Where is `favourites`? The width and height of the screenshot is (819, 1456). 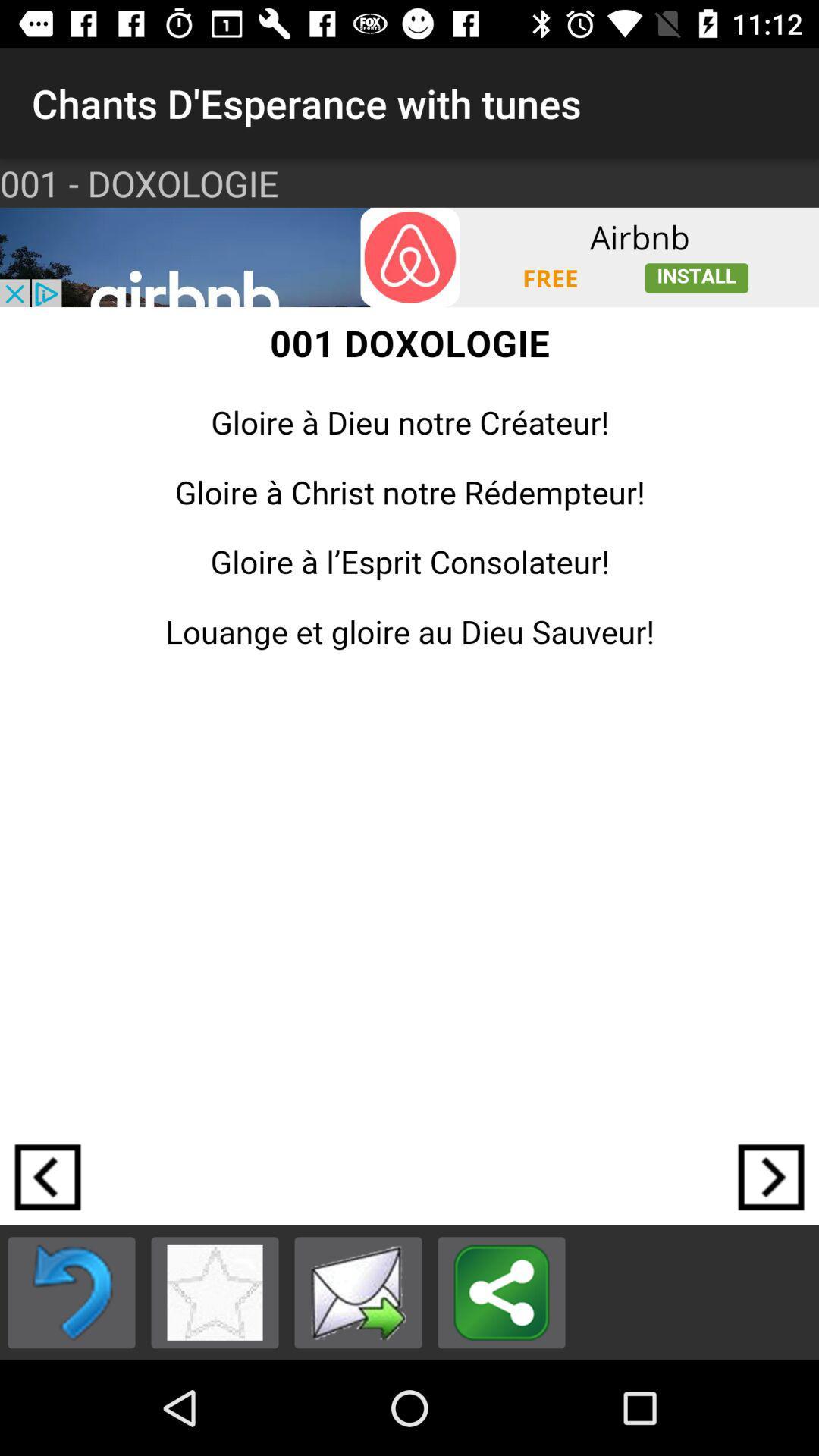
favourites is located at coordinates (215, 1291).